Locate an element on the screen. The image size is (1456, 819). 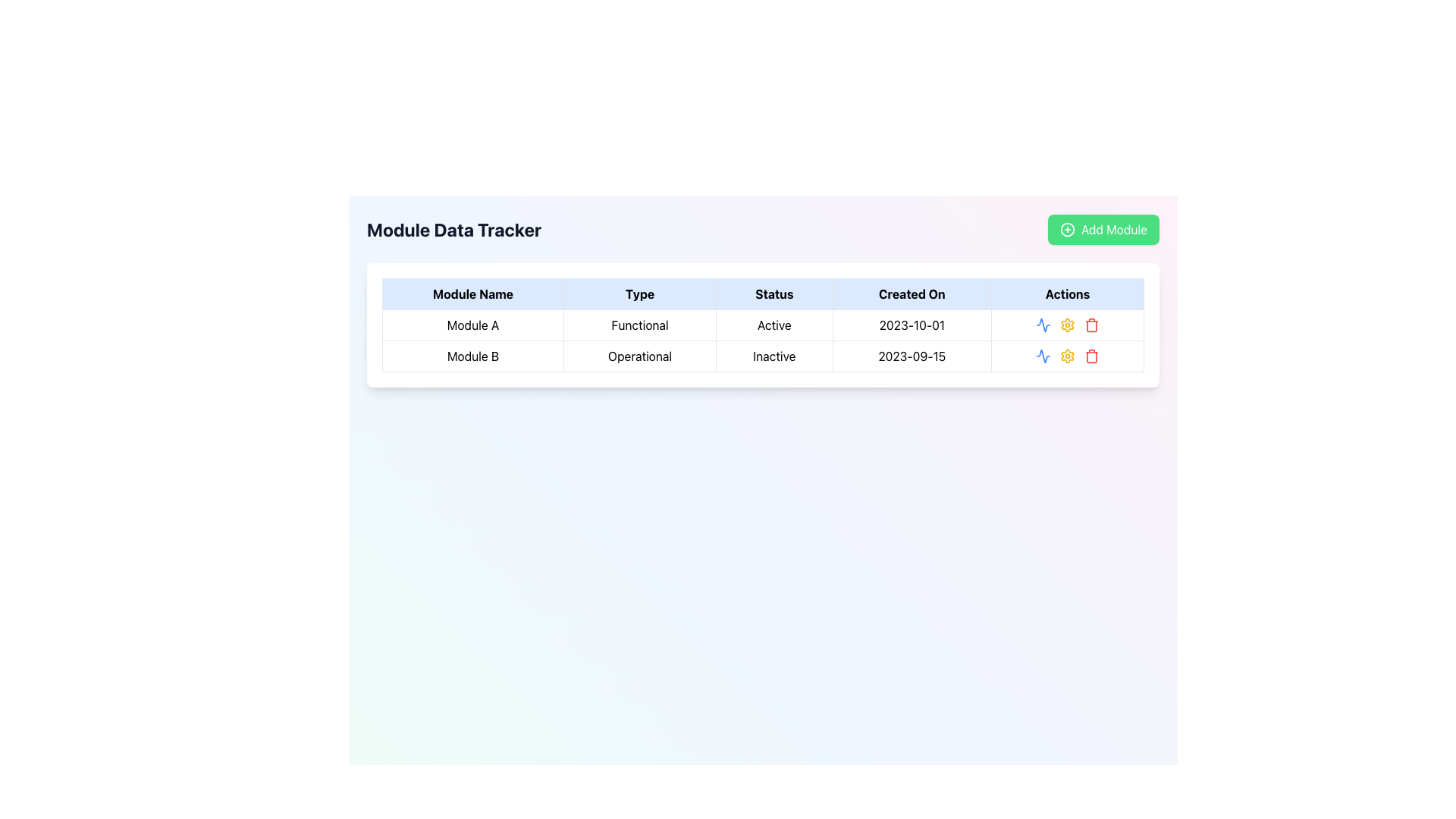
the yellow cogwheel icon button located in the actions column of the second row in the 'Module Data Tracker' table is located at coordinates (1066, 324).